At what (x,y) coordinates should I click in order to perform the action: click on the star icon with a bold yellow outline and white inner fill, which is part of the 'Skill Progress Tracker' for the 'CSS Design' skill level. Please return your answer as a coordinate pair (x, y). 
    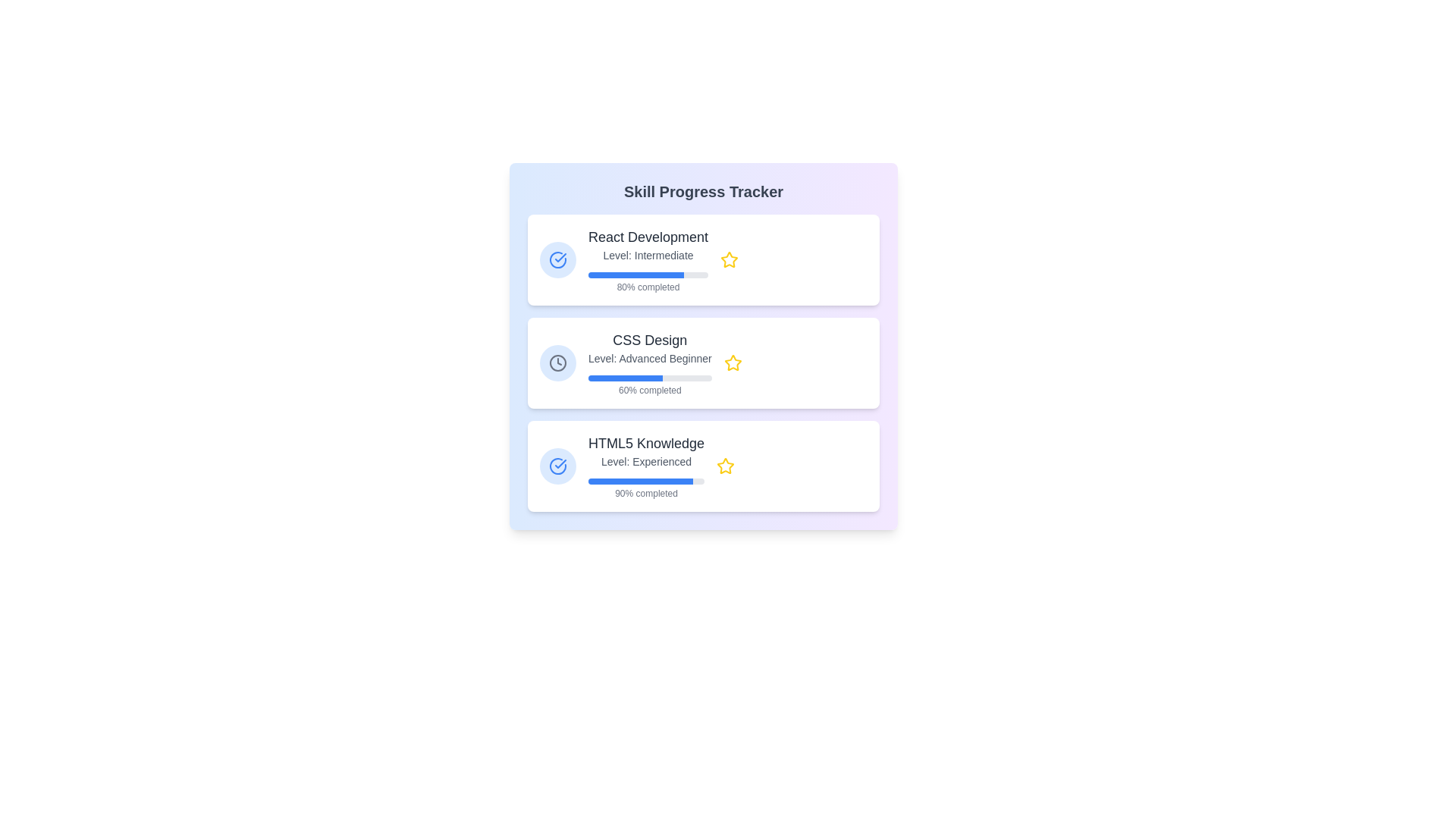
    Looking at the image, I should click on (733, 362).